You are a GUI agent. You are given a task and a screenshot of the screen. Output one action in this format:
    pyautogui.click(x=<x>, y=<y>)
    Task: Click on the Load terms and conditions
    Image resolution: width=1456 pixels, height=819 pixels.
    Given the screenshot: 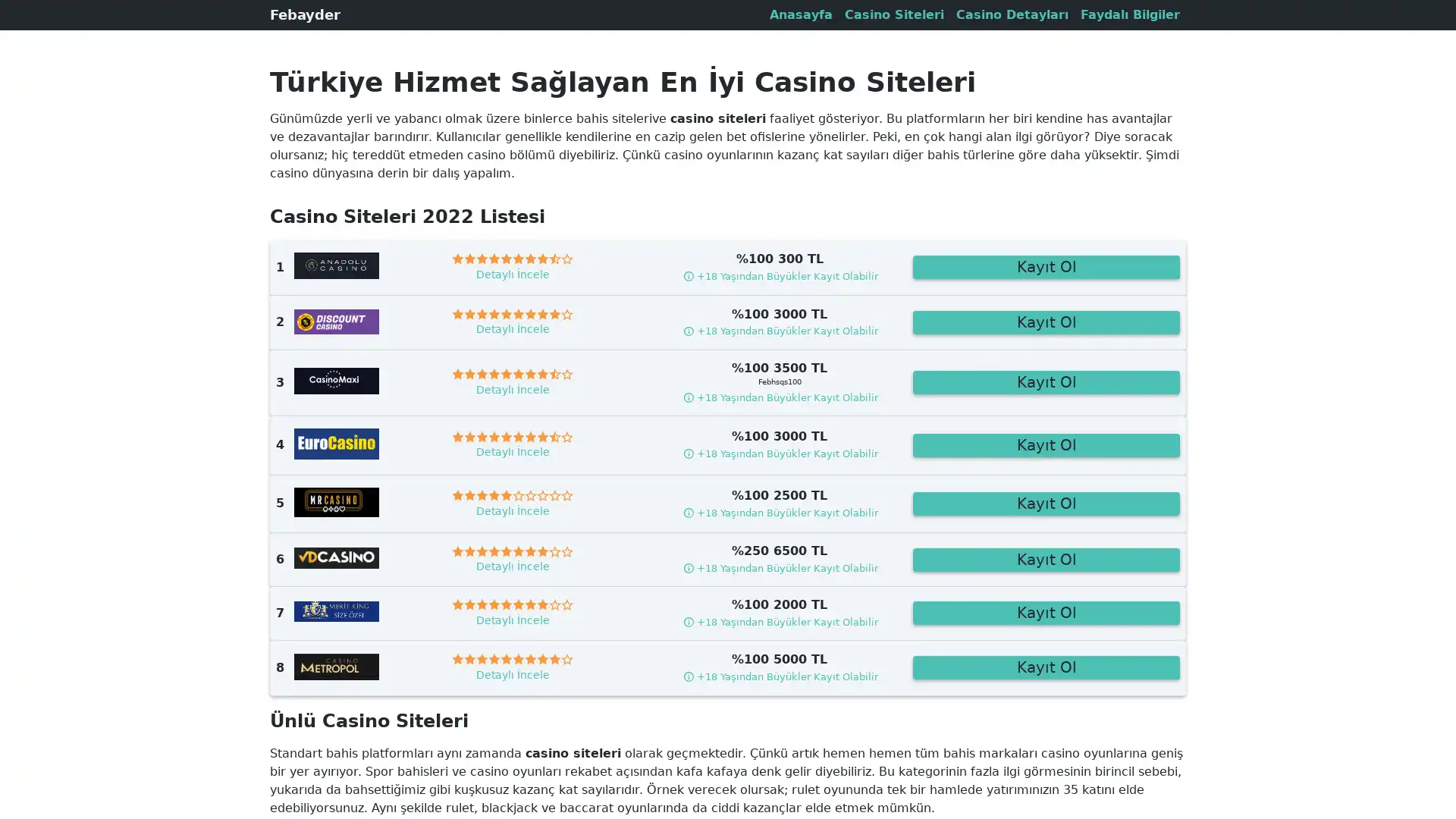 What is the action you would take?
    pyautogui.click(x=779, y=512)
    